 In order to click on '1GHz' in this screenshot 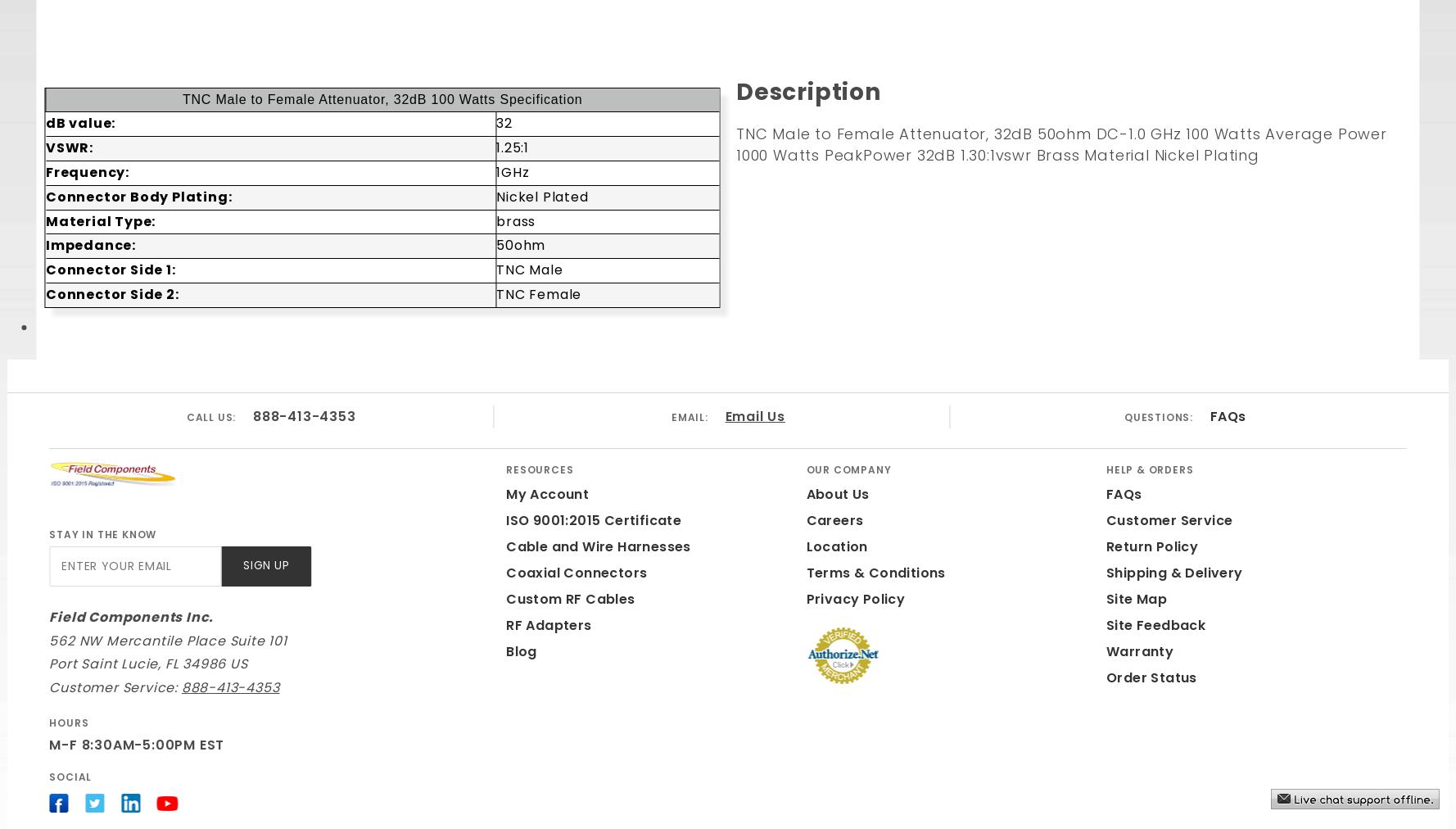, I will do `click(512, 171)`.